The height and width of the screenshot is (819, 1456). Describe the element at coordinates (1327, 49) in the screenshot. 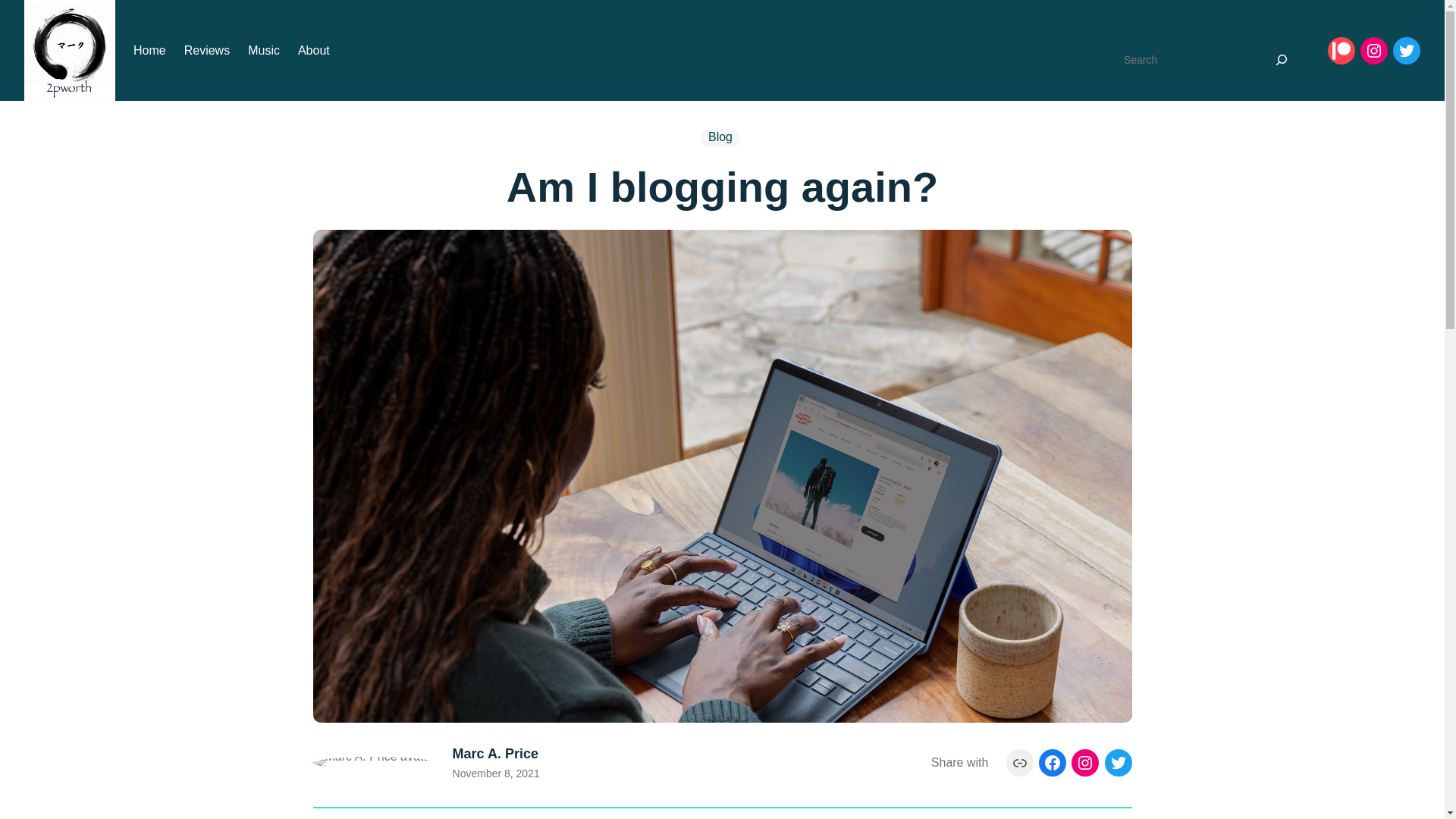

I see `'Patreon'` at that location.